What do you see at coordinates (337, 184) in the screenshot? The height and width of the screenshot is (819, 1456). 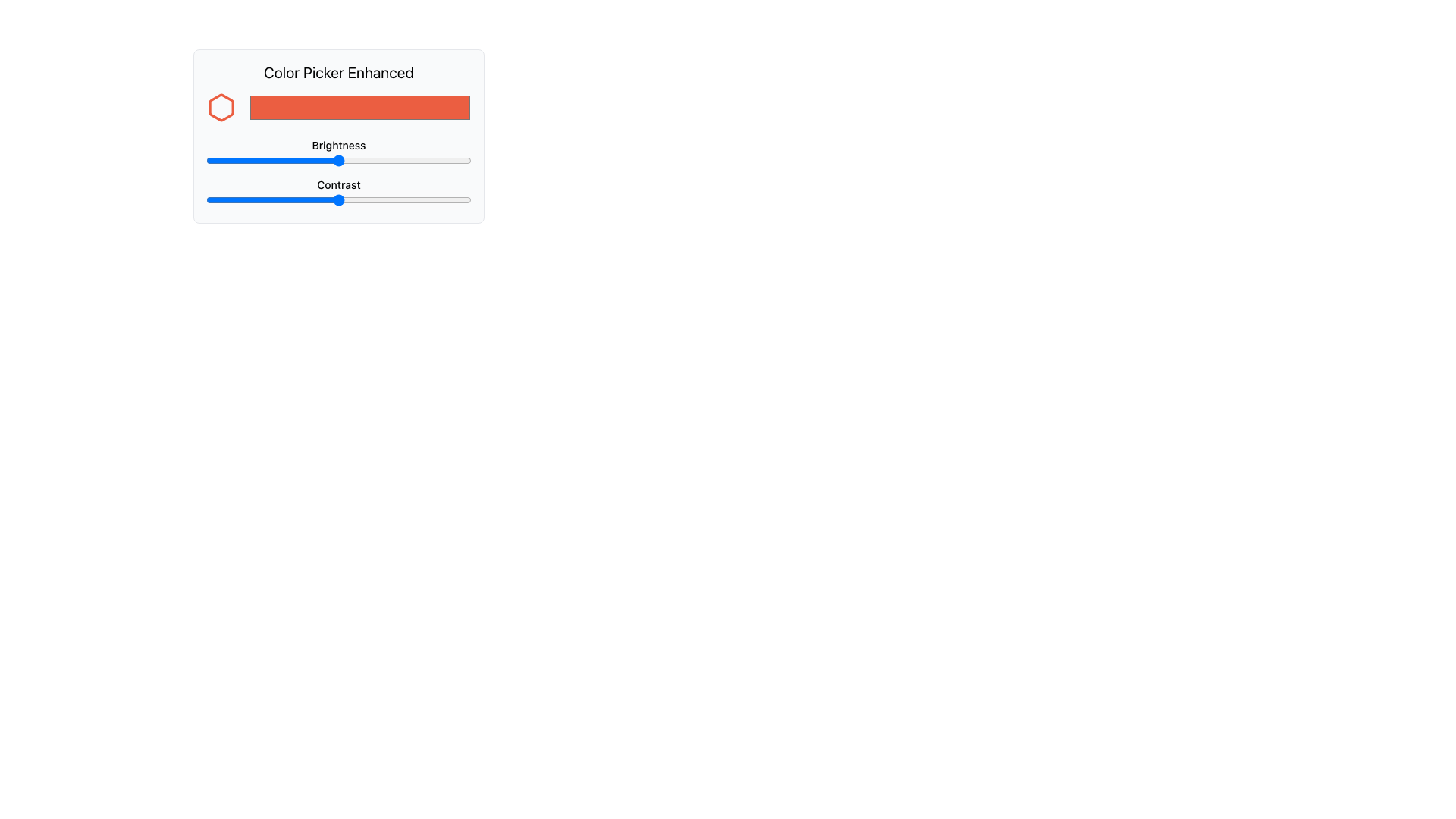 I see `the 'Contrast' label, which is displayed in black font with medium-weight styling, to check if any tooltip appears` at bounding box center [337, 184].